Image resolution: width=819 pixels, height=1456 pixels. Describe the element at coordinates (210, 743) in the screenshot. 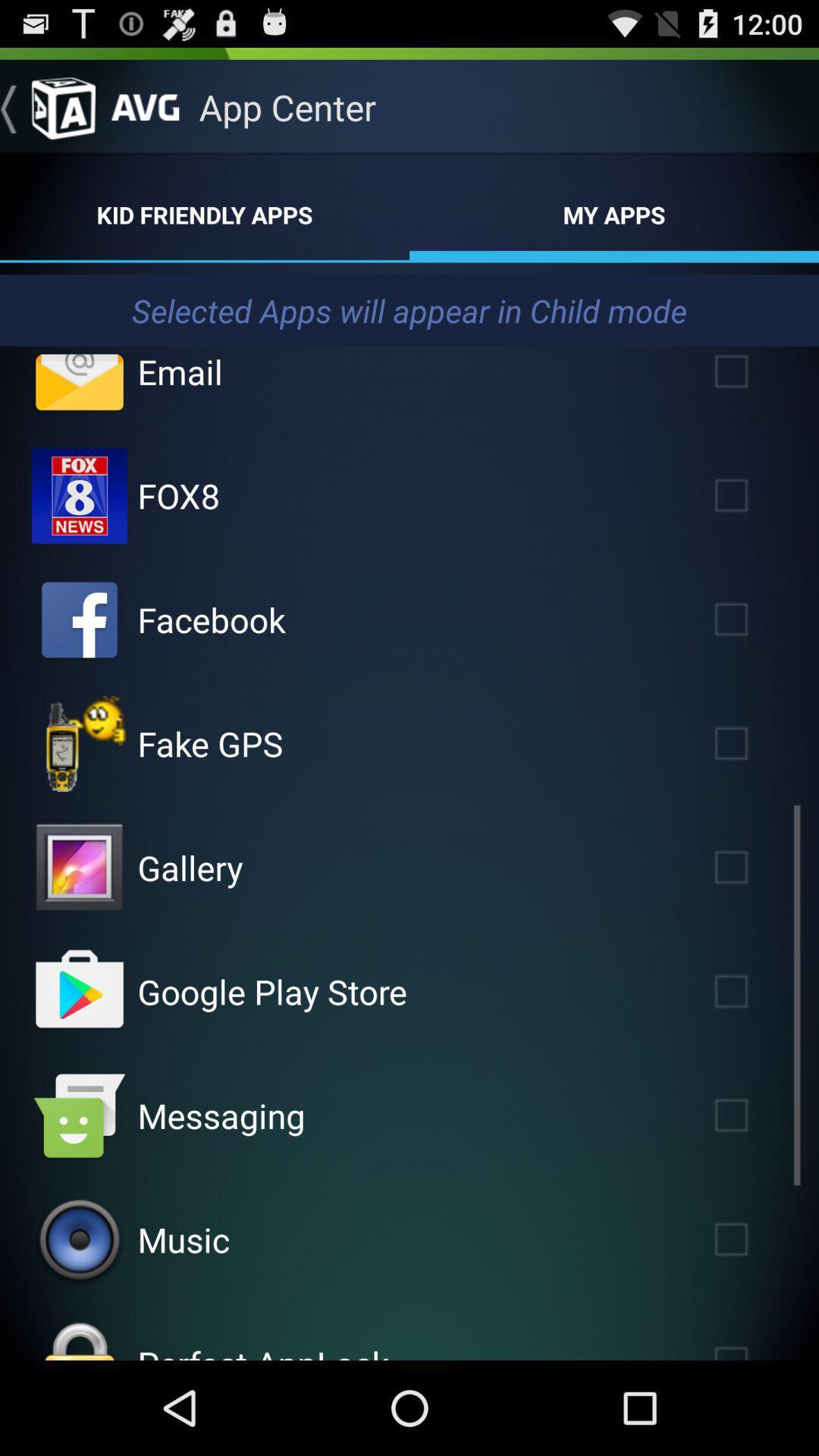

I see `item below the facebook app` at that location.